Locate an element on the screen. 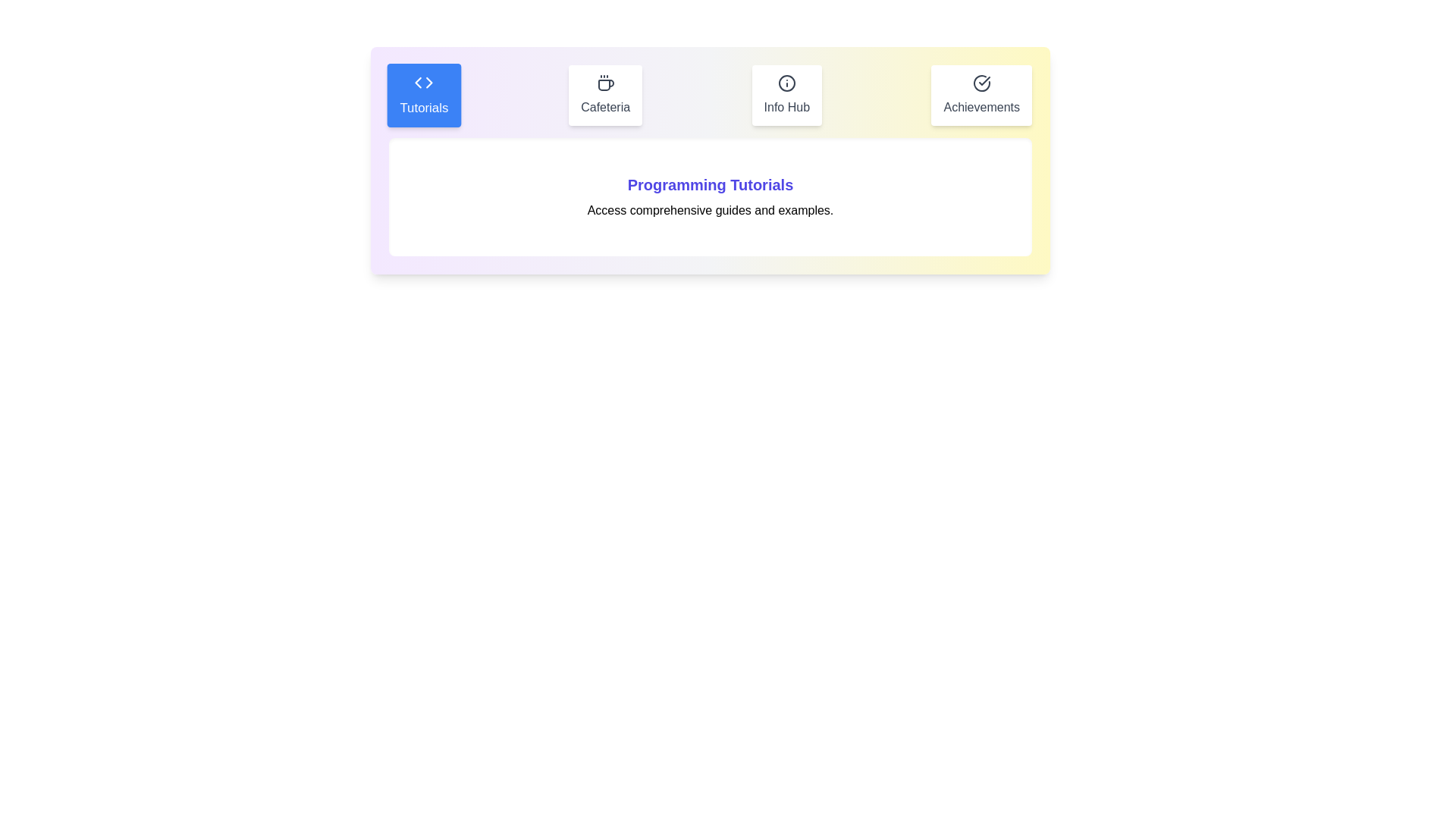 The height and width of the screenshot is (819, 1456). the Tutorials tab to switch to its content is located at coordinates (423, 96).